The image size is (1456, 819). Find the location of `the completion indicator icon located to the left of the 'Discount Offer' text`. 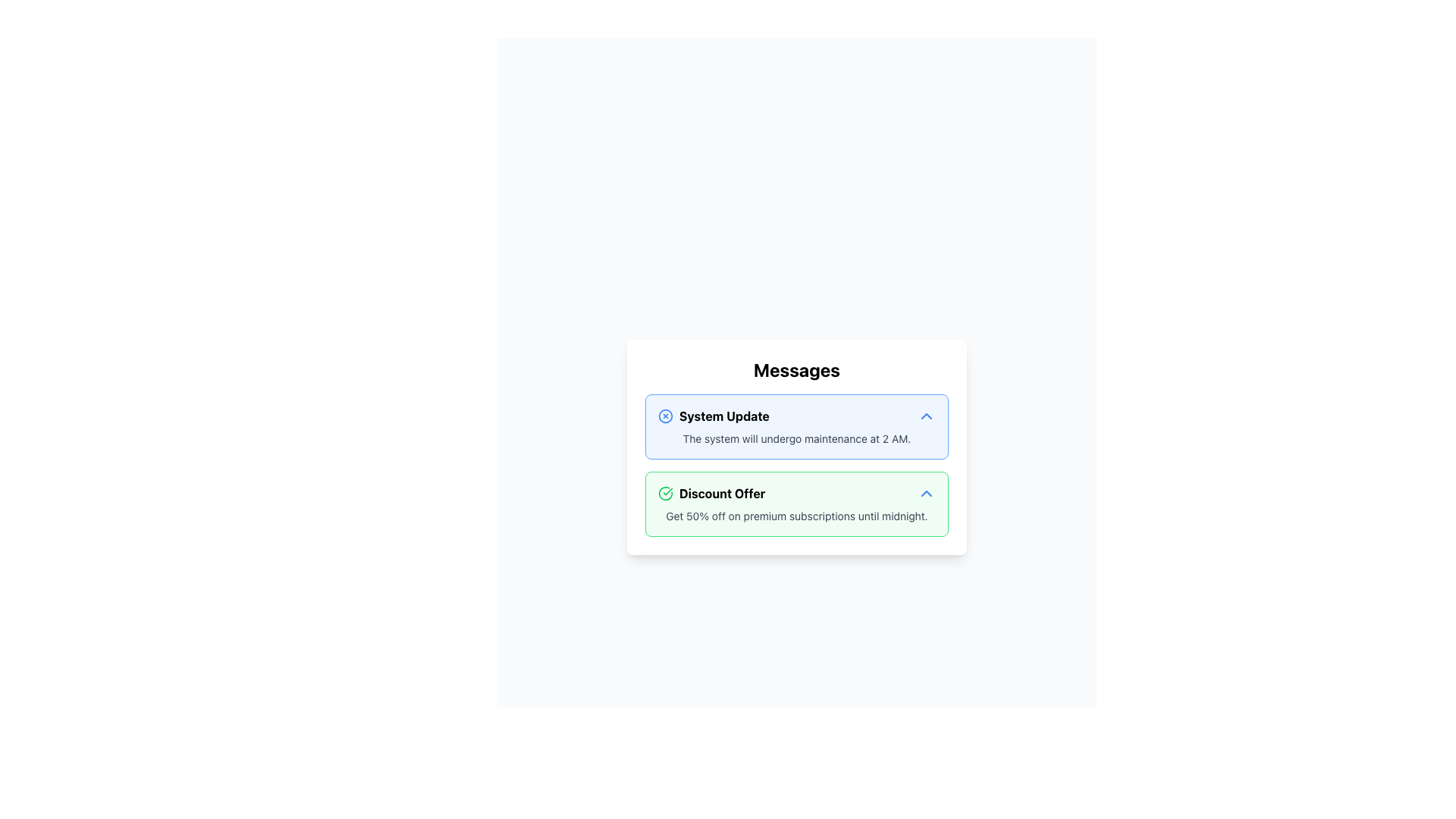

the completion indicator icon located to the left of the 'Discount Offer' text is located at coordinates (666, 494).